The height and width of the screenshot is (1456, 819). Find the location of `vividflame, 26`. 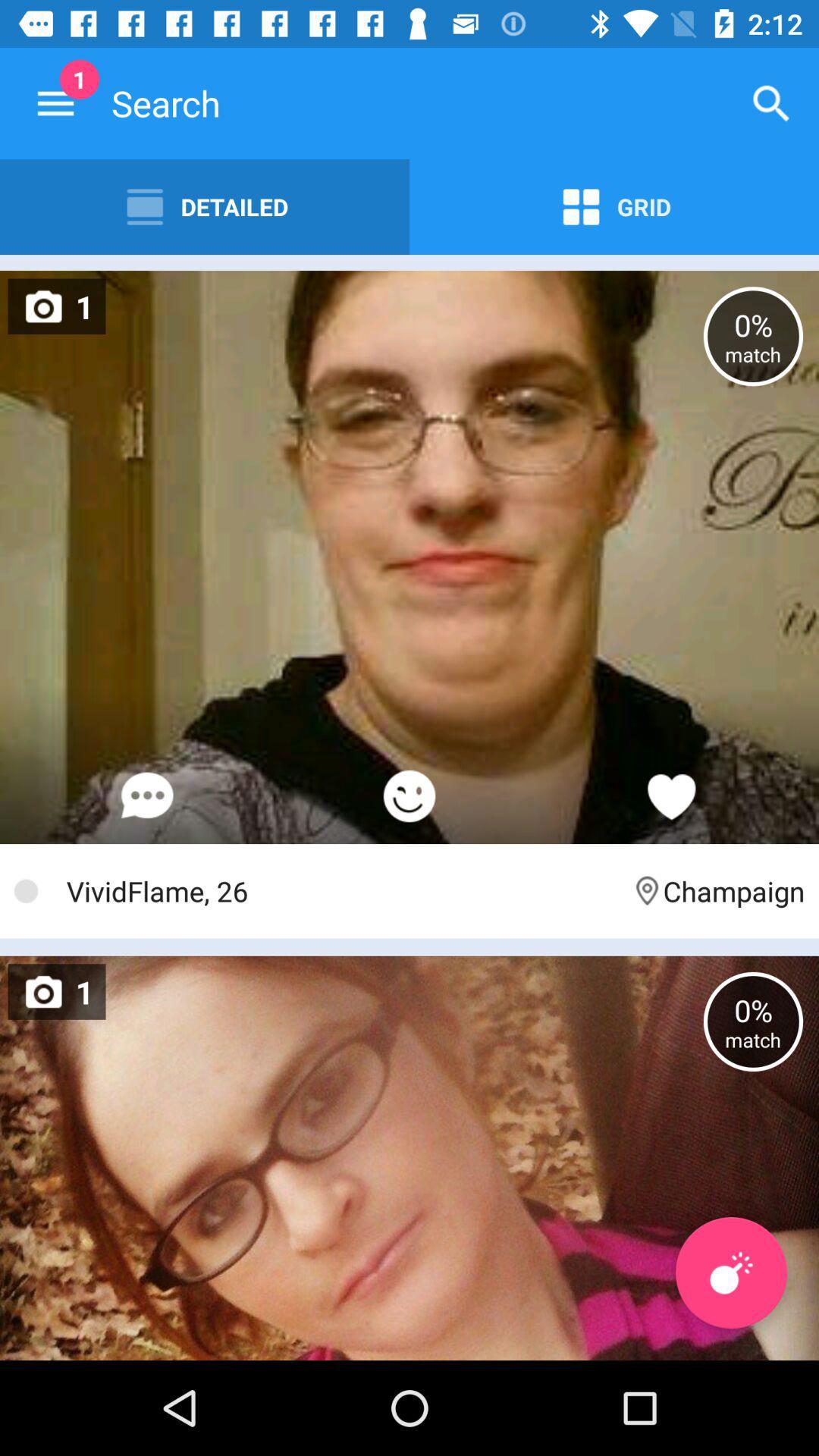

vividflame, 26 is located at coordinates (341, 891).